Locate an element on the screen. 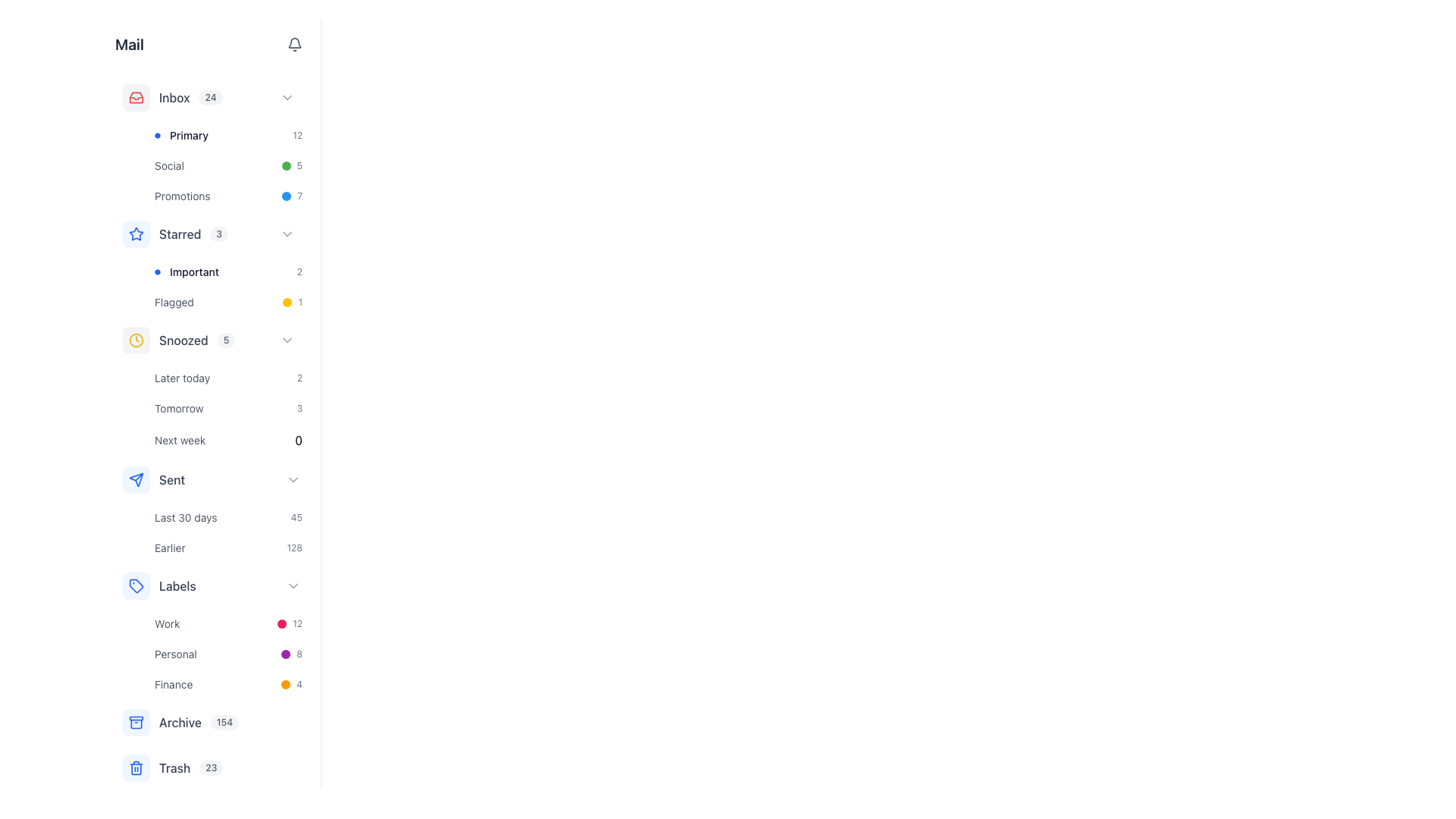  the text label displaying the number '3', located in the 'Tomorrow' section under the 'Snoozed' category in the sidebar is located at coordinates (300, 408).